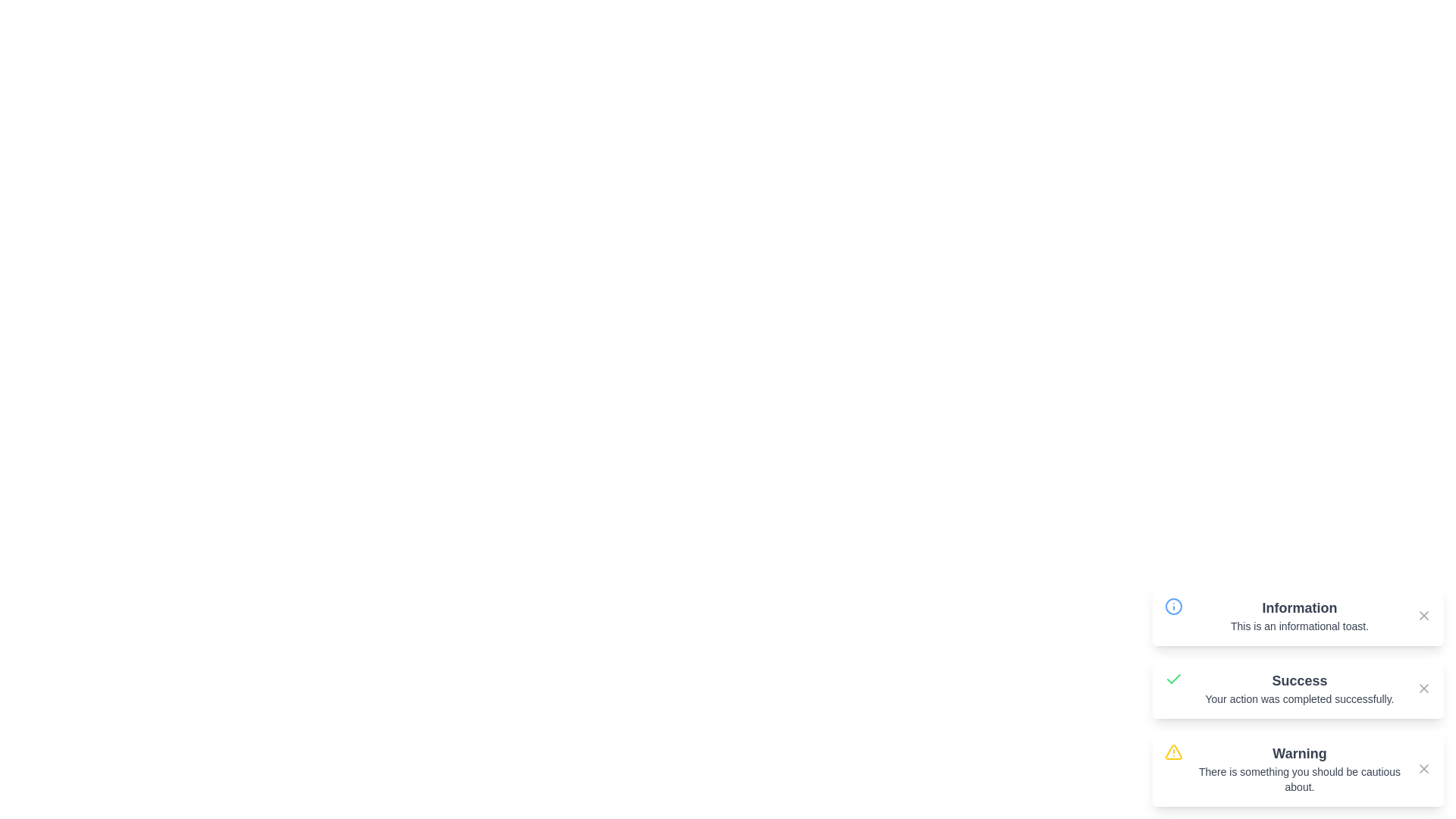  I want to click on the Toast notification box with the title 'Information', so click(1298, 616).